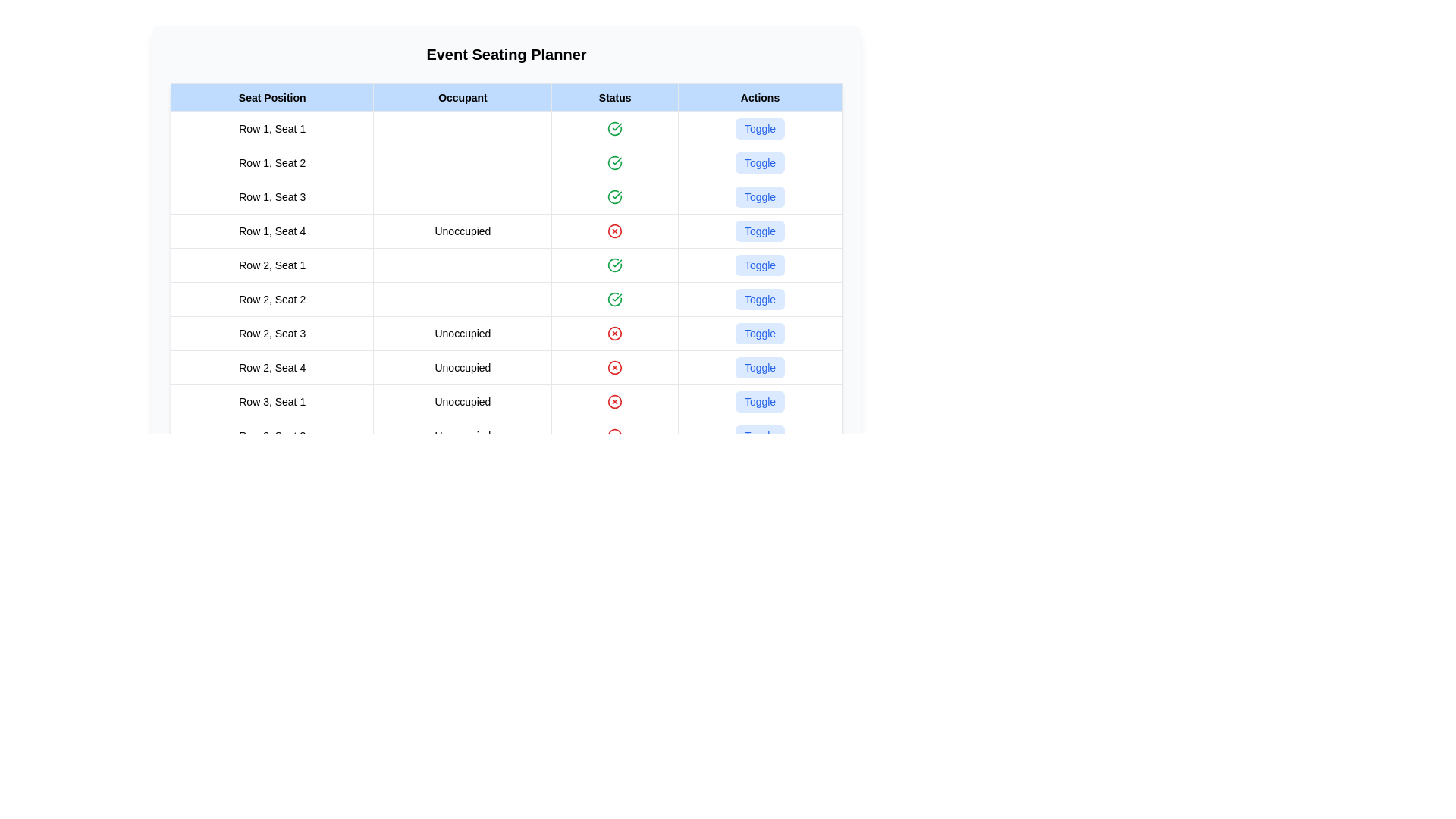  What do you see at coordinates (760, 163) in the screenshot?
I see `the 'Toggle' button in the 'Actions' column of the fourth row in the 'Event Seating Planner' table` at bounding box center [760, 163].